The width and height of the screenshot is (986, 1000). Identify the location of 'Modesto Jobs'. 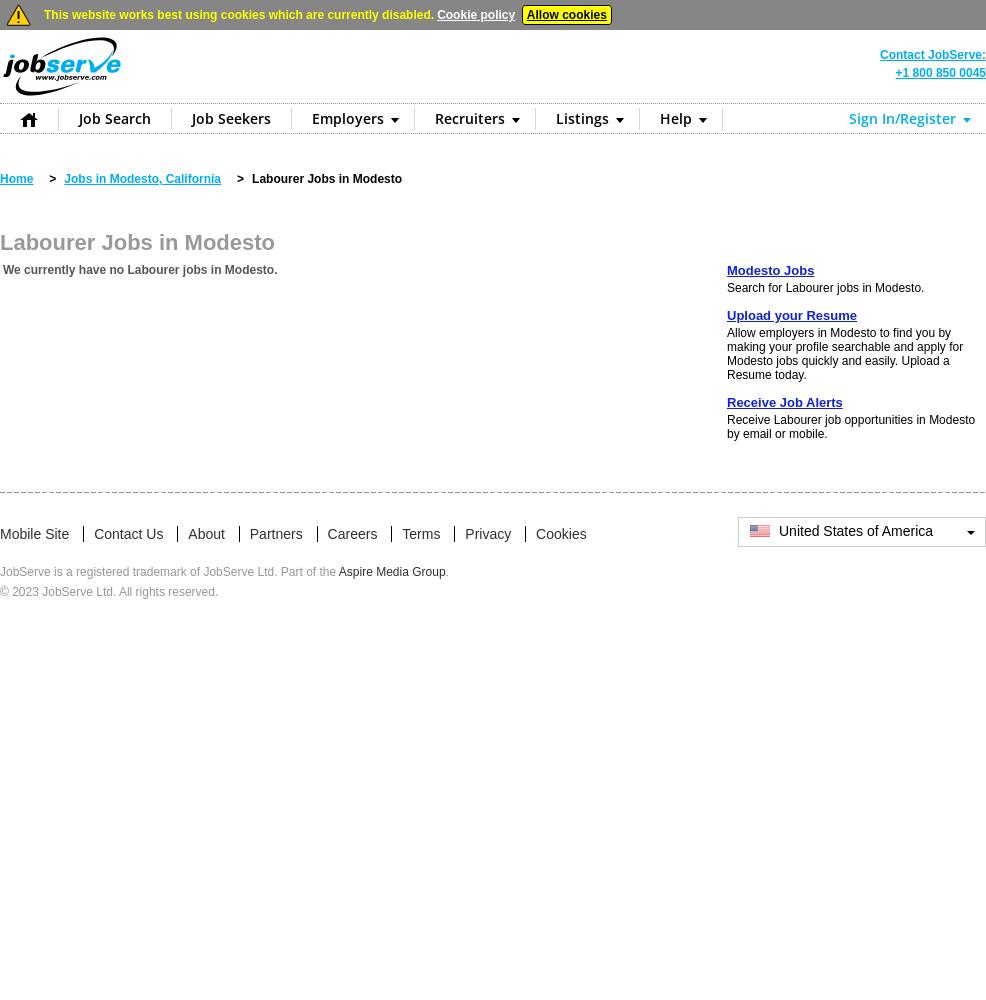
(725, 270).